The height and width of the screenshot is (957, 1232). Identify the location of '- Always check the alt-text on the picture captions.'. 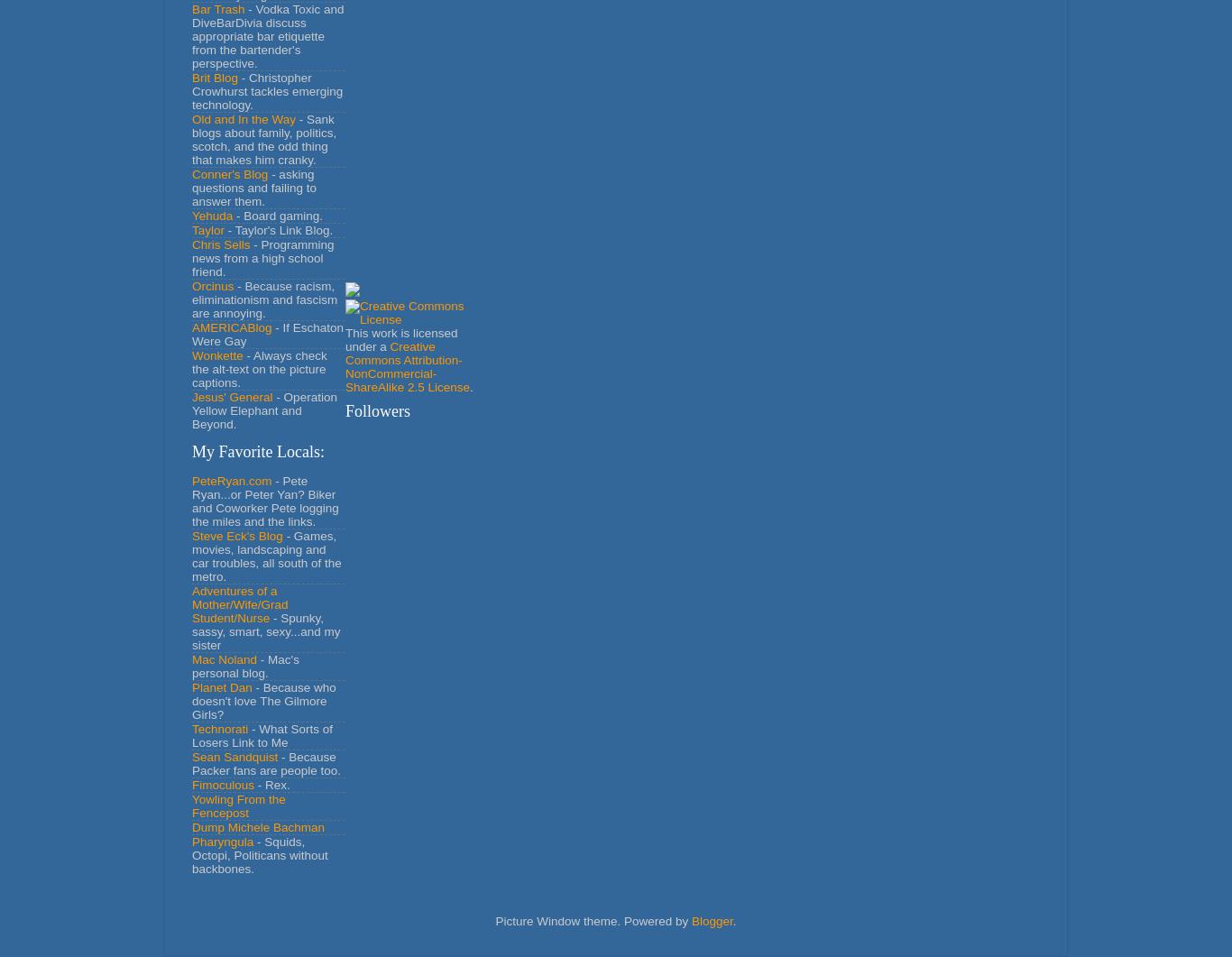
(190, 368).